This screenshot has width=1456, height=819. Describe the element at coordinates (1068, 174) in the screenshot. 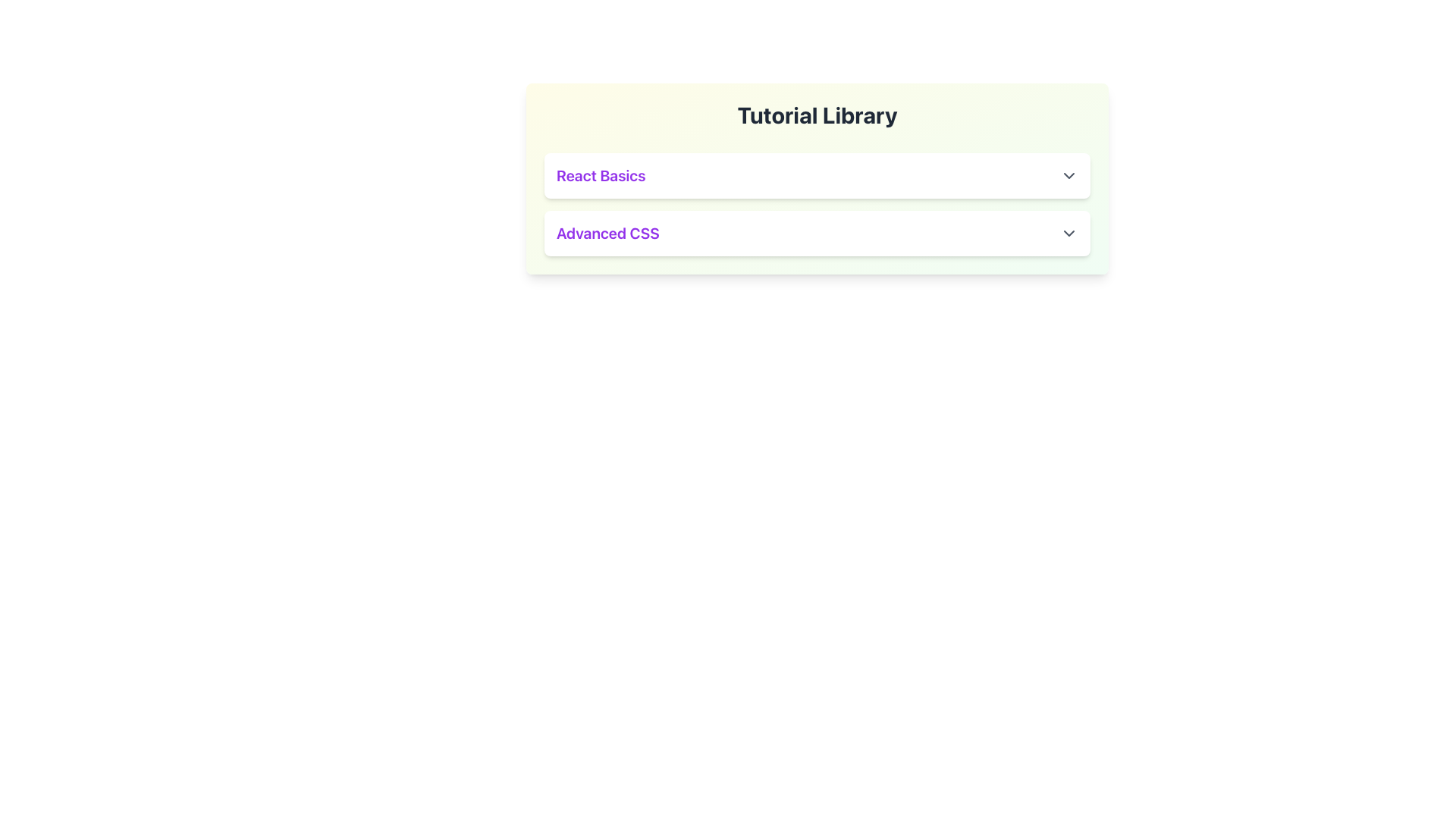

I see `the downward-facing chevron icon styled in gray, located to the right of the 'React Basics' text` at that location.